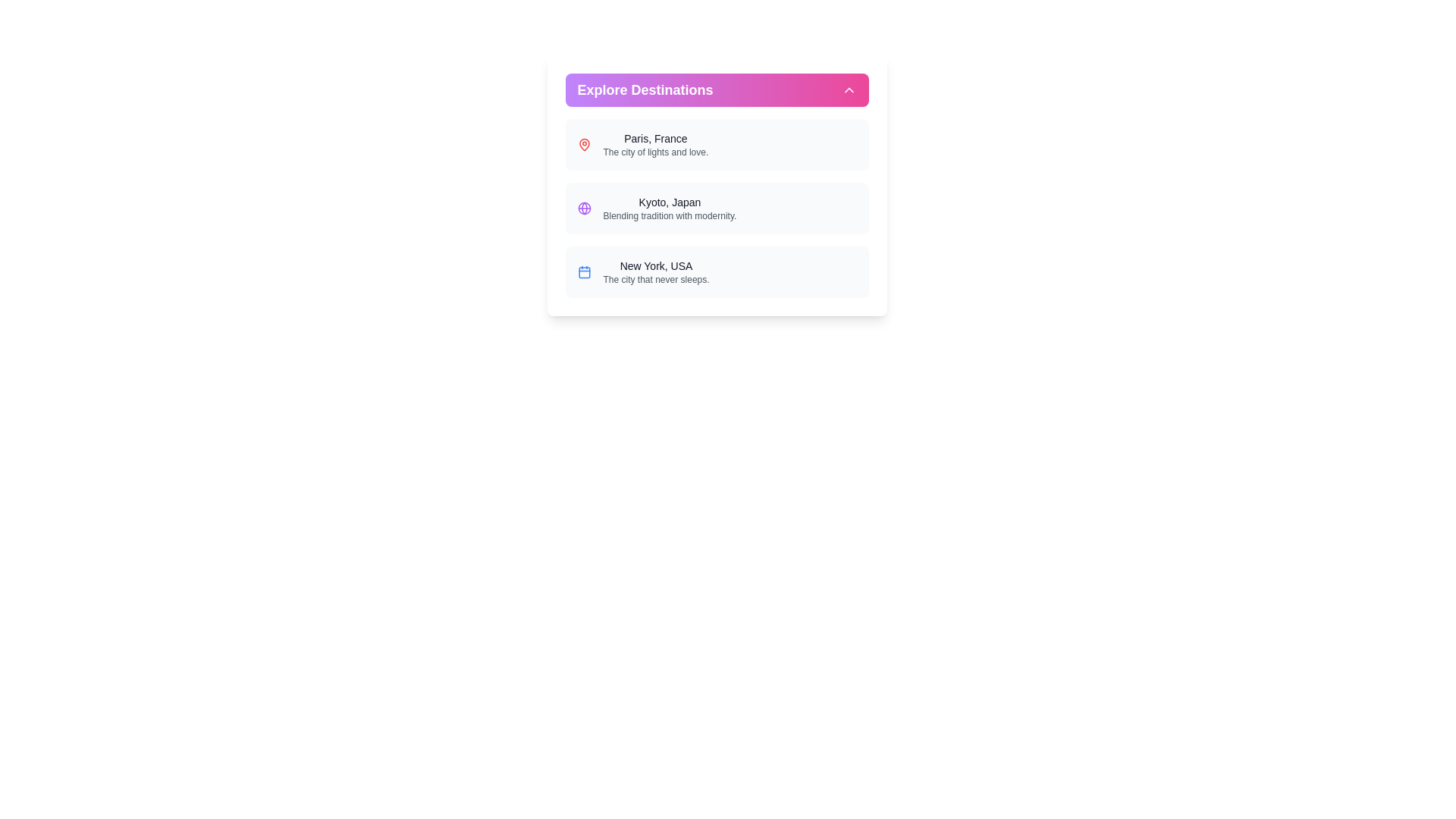 The width and height of the screenshot is (1456, 819). What do you see at coordinates (655, 152) in the screenshot?
I see `the descriptive text label providing additional information about 'Paris, France', located below the sibling element displaying 'Paris, France' in the list card labeled 'Explore Destinations'` at bounding box center [655, 152].